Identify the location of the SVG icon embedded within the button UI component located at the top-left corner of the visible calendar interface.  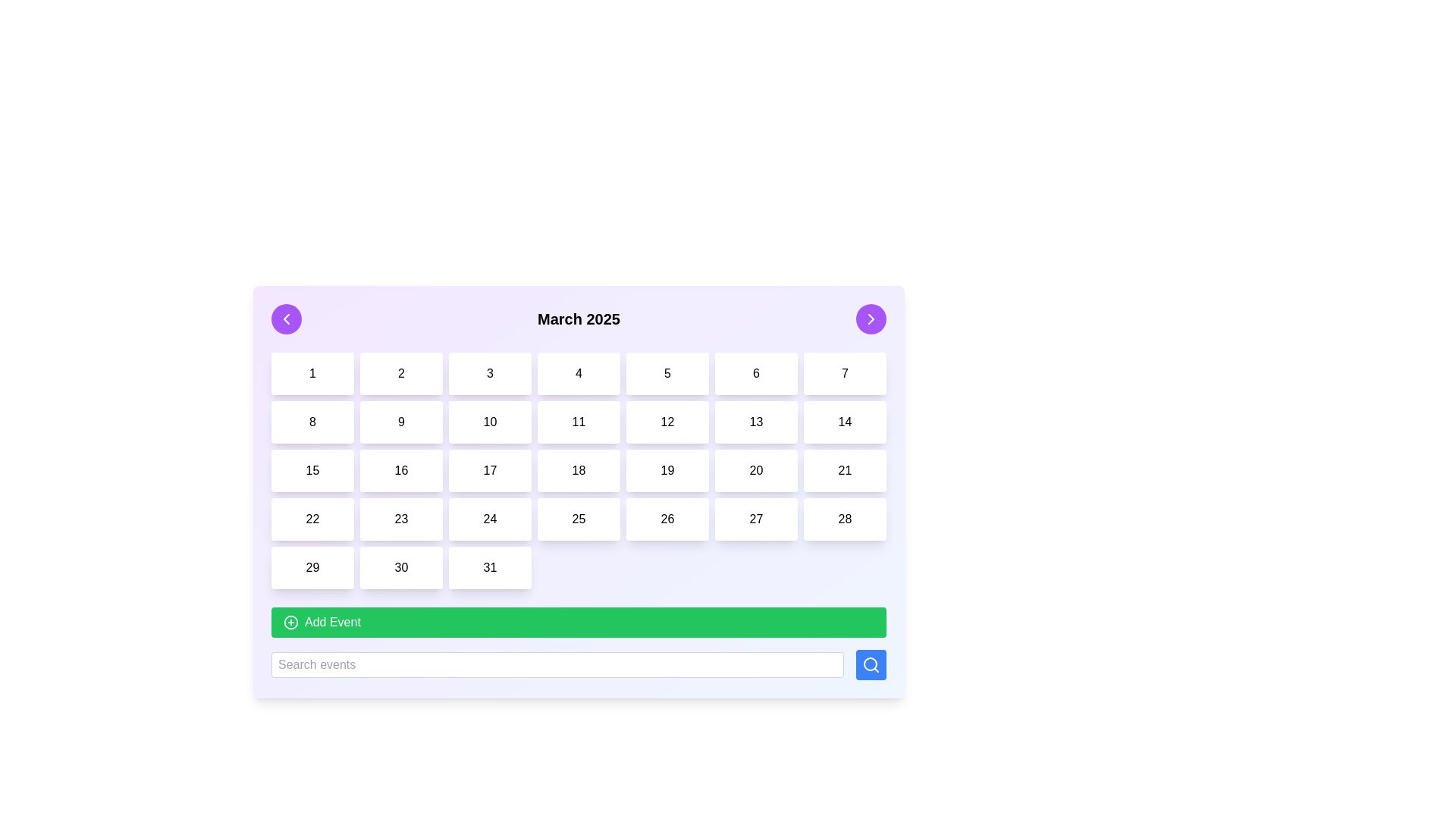
(287, 318).